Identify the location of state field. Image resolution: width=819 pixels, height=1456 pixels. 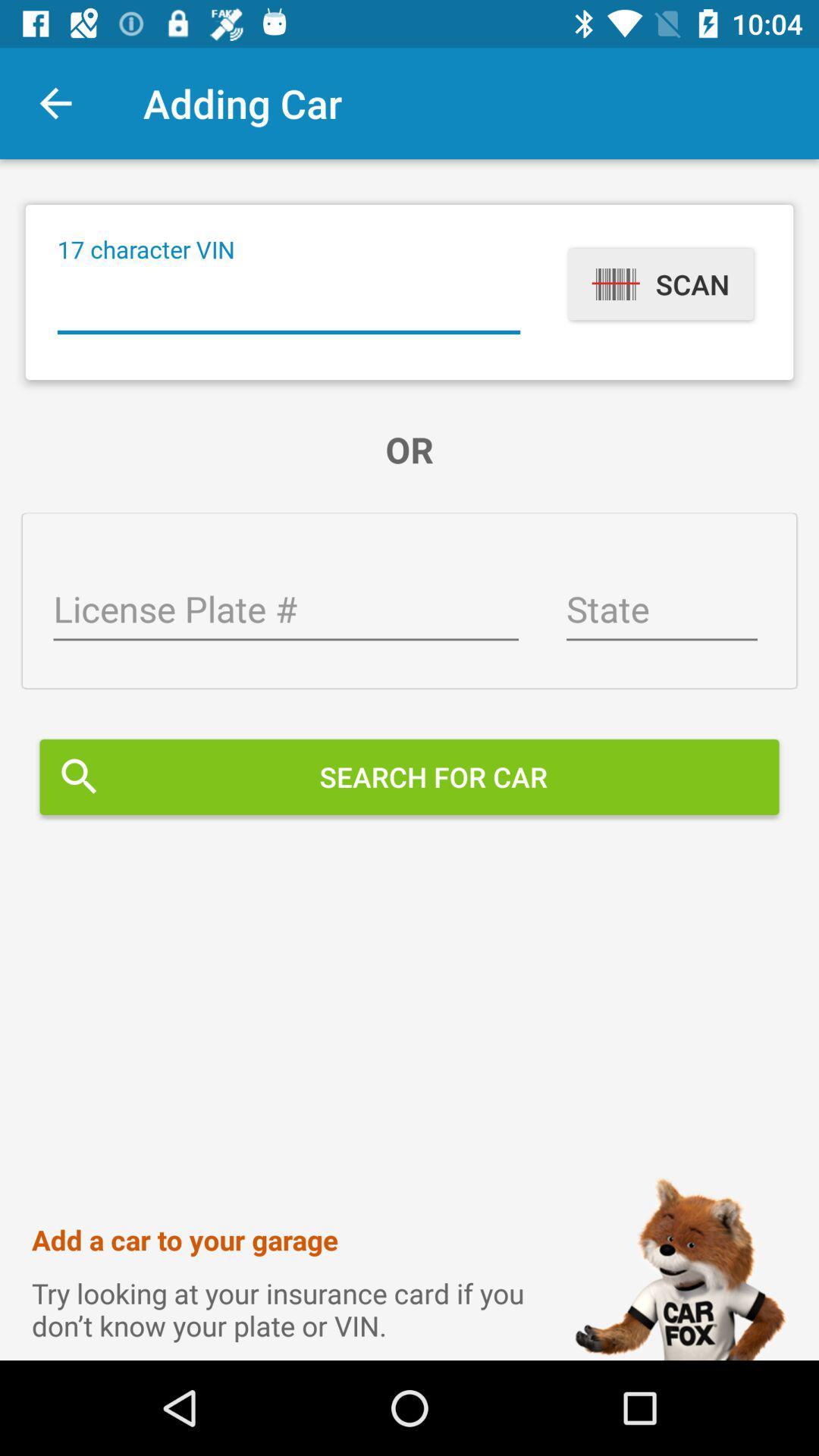
(661, 611).